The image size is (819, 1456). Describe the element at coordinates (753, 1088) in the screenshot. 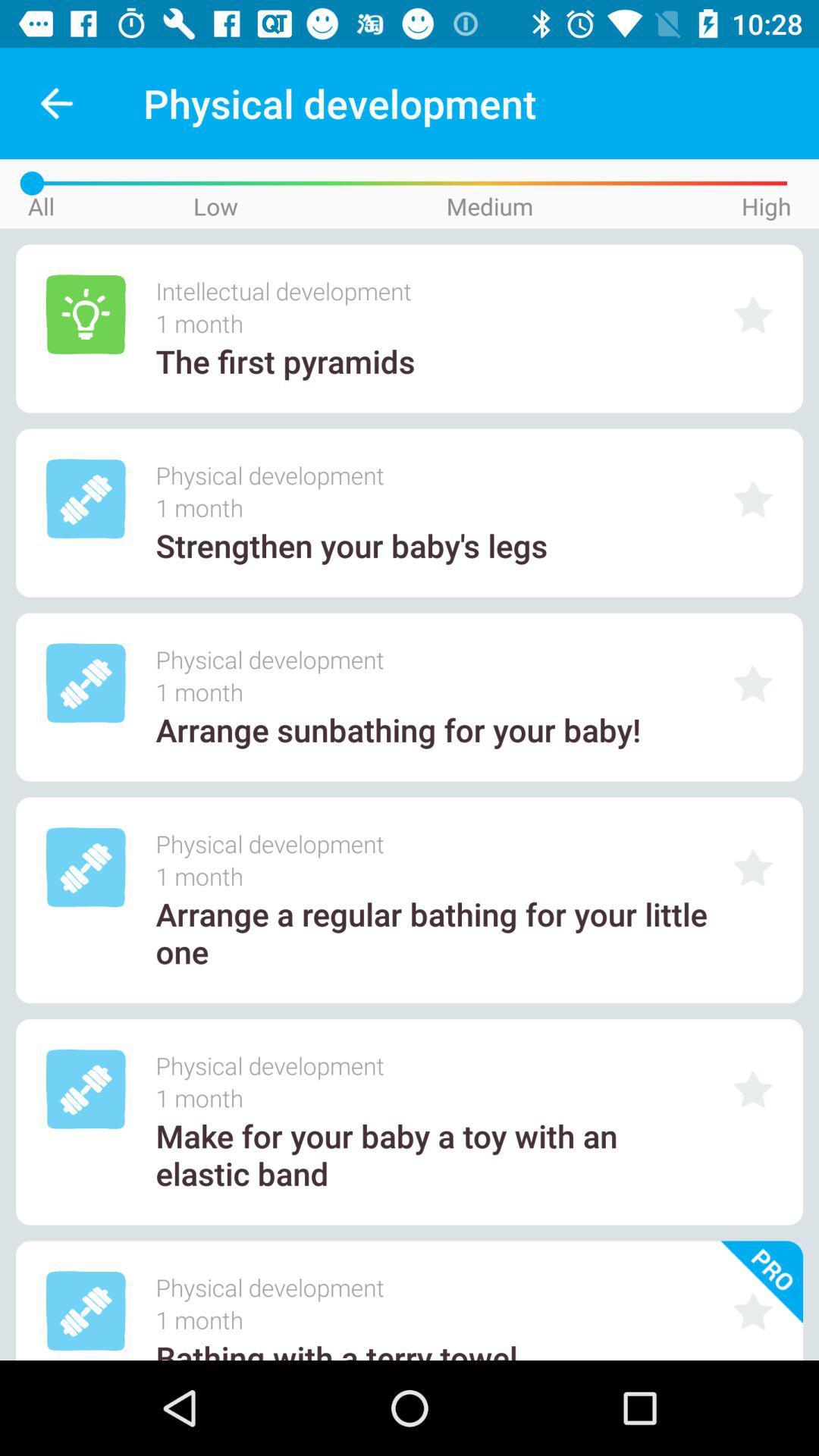

I see `to favorite` at that location.